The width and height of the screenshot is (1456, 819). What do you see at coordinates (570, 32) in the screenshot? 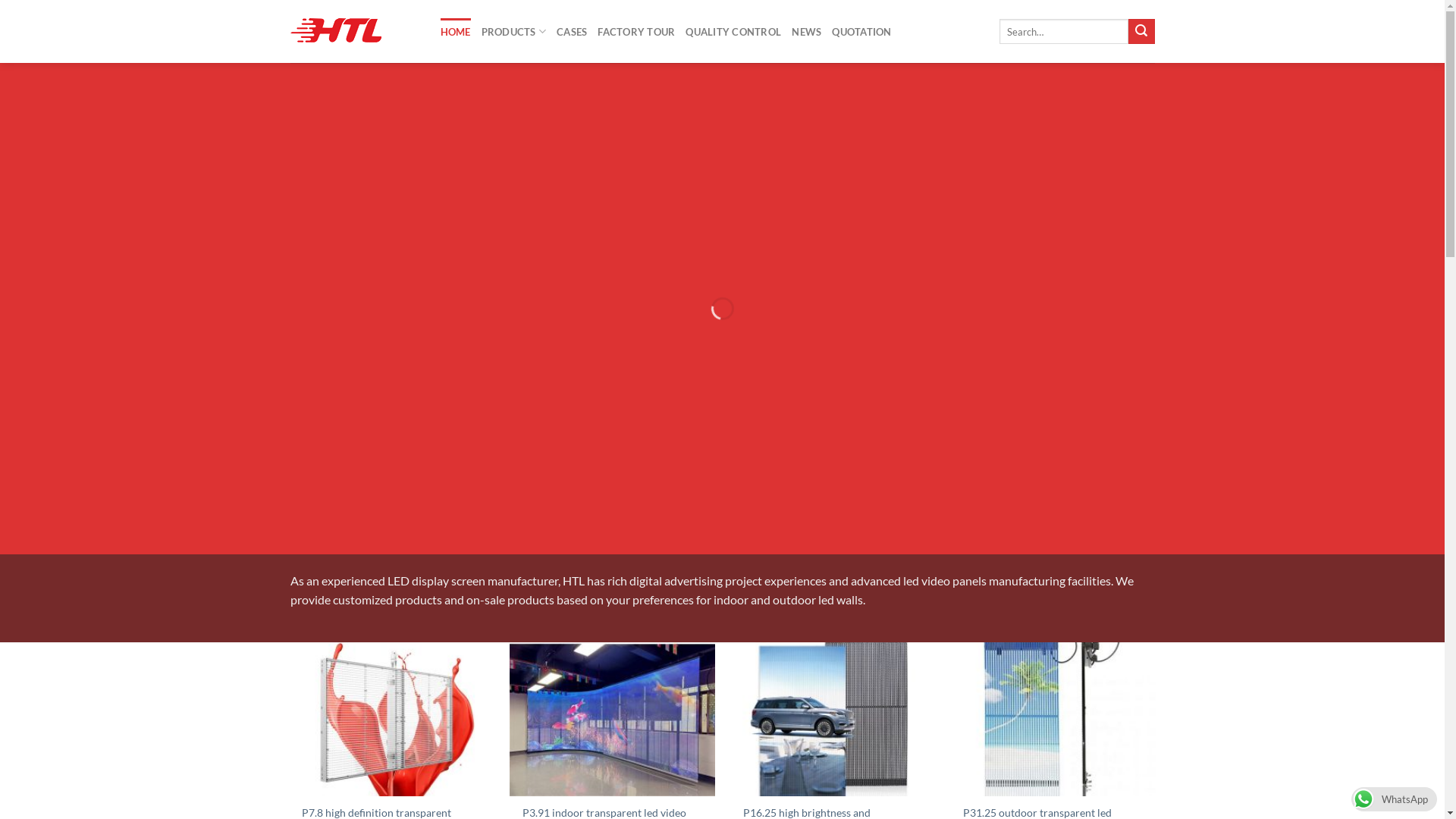
I see `'CASES'` at bounding box center [570, 32].